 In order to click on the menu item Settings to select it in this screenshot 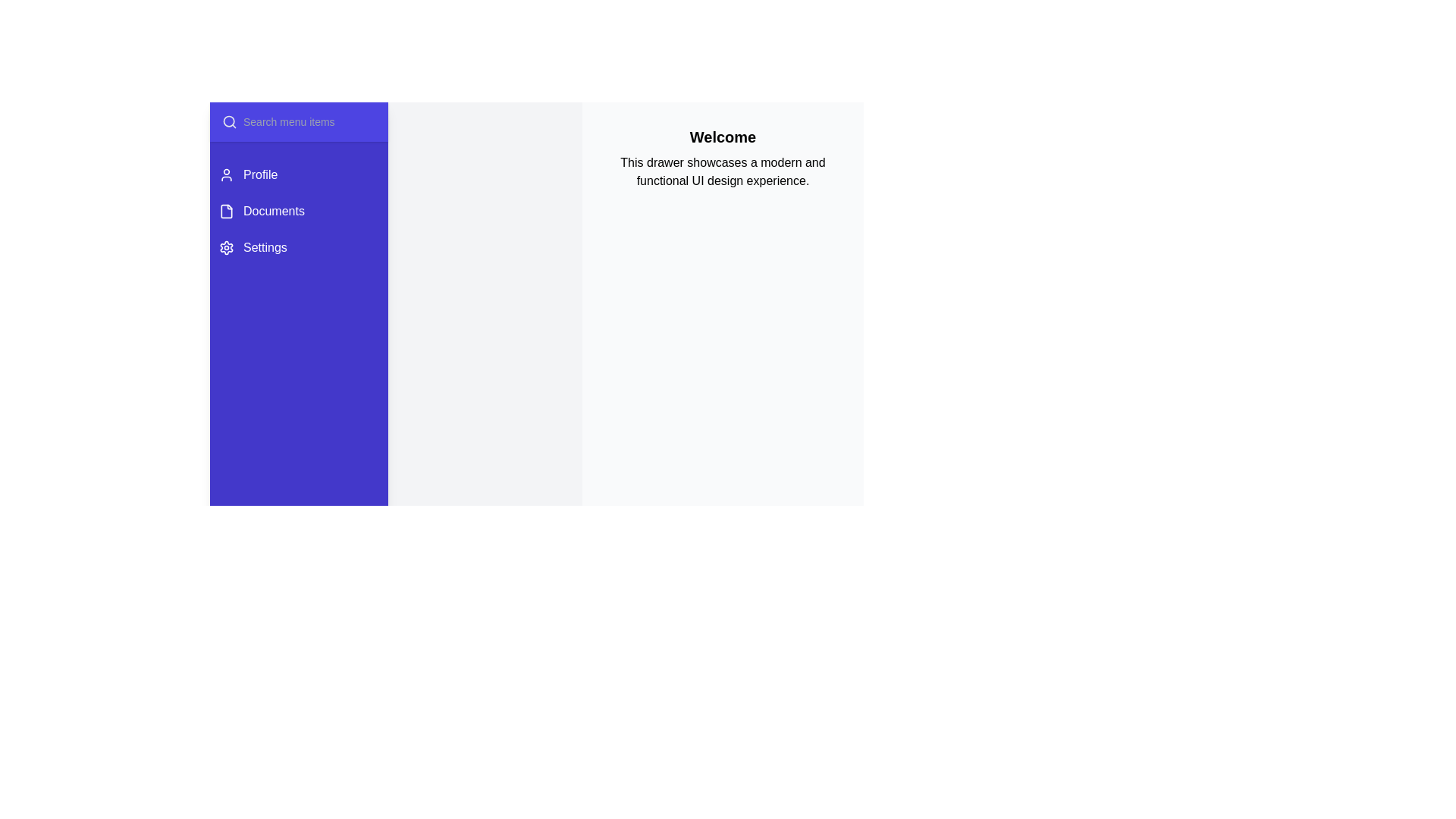, I will do `click(299, 247)`.